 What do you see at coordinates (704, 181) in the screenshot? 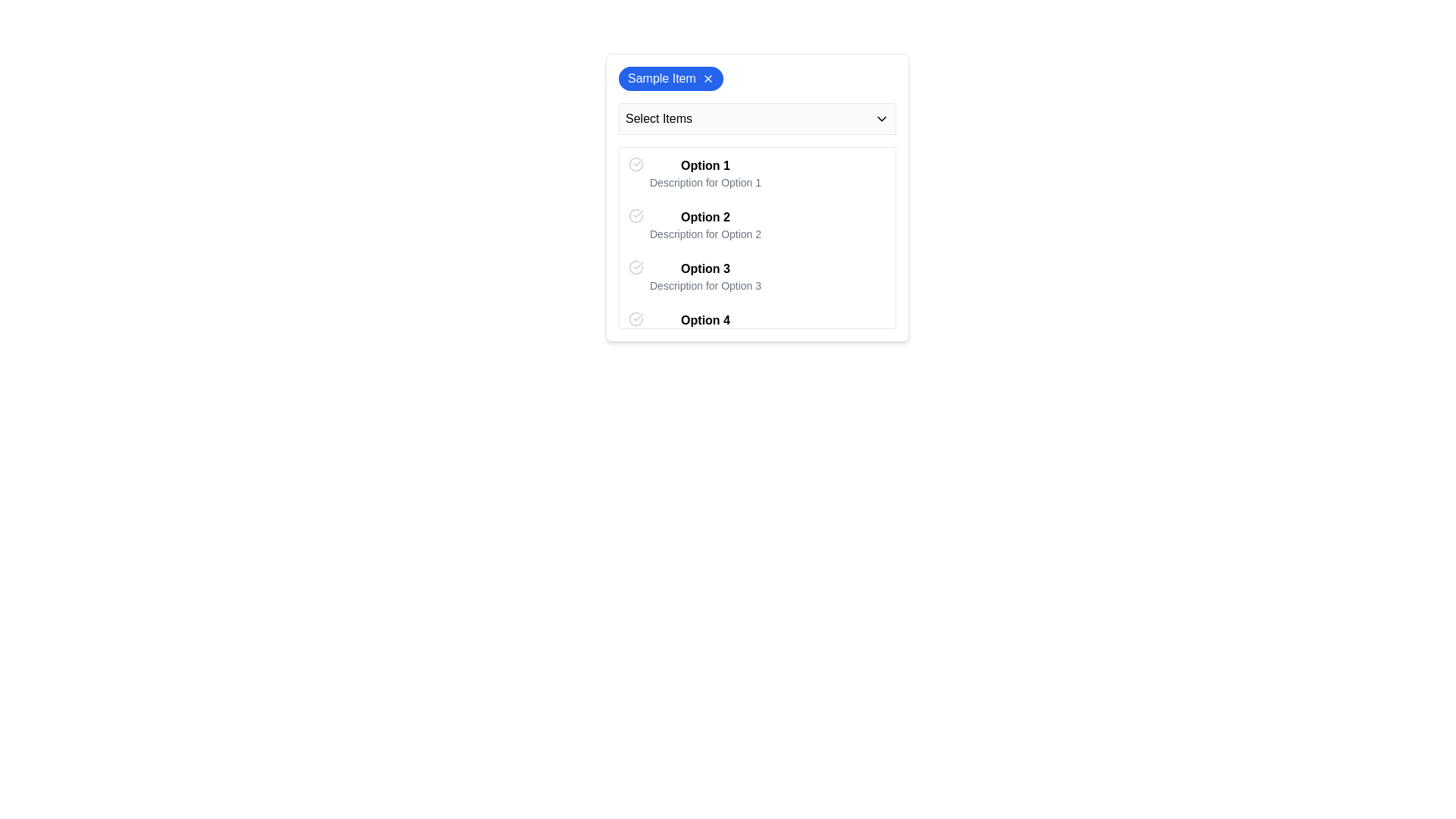
I see `the Static Text Label that displays 'Description for Option 1', which is positioned directly beneath 'Option 1' in a vertical list layout` at bounding box center [704, 181].